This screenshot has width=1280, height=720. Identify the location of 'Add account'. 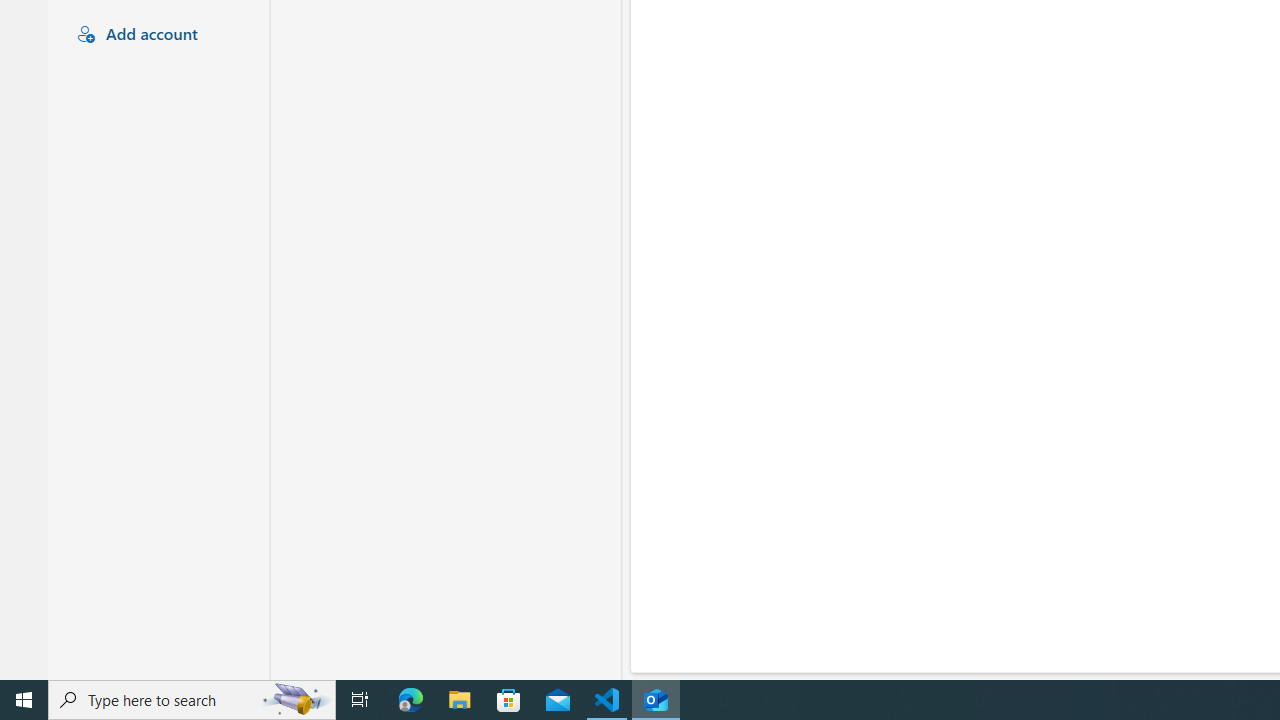
(155, 35).